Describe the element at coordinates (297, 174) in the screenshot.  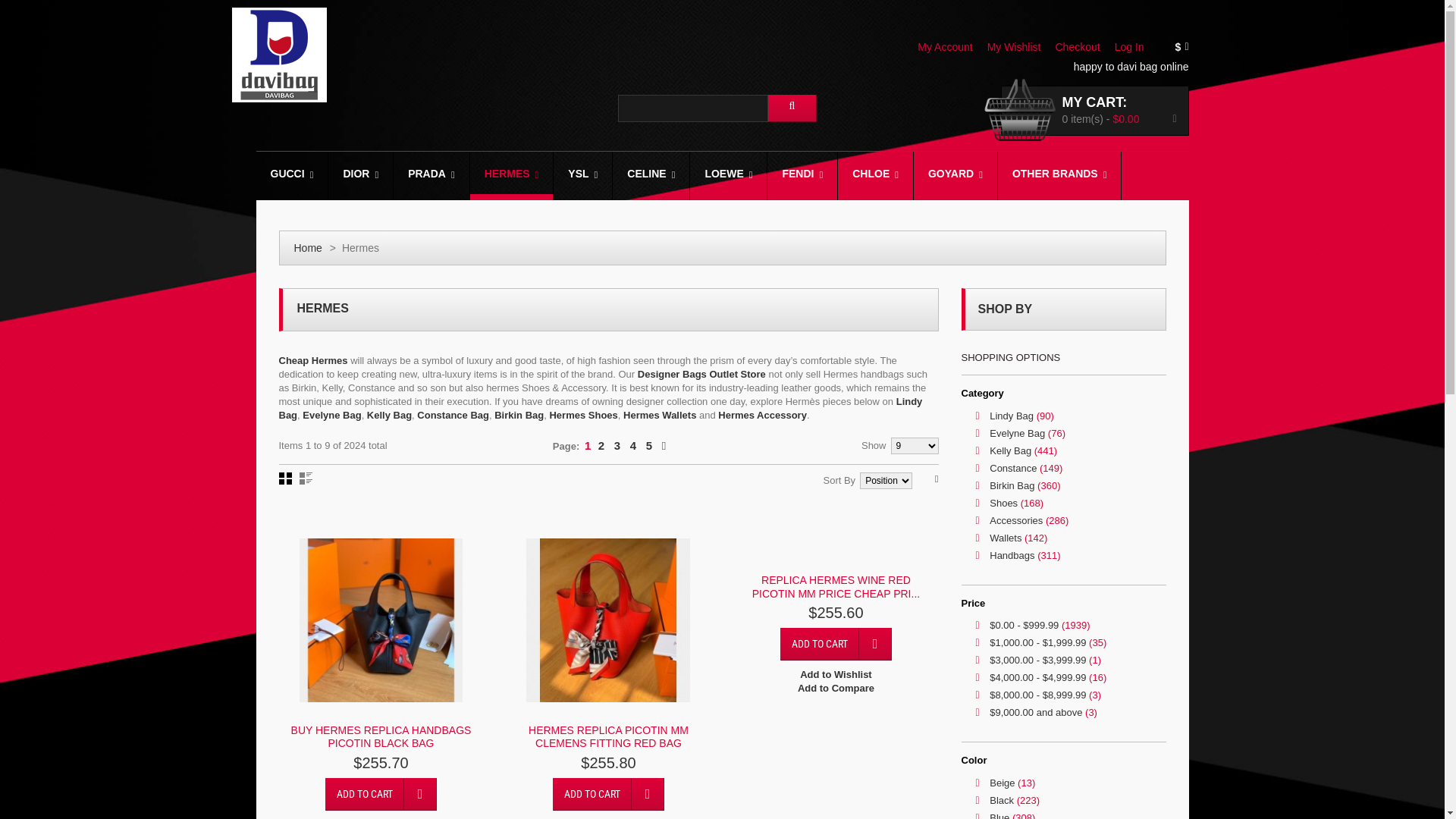
I see `'GUCCI'` at that location.